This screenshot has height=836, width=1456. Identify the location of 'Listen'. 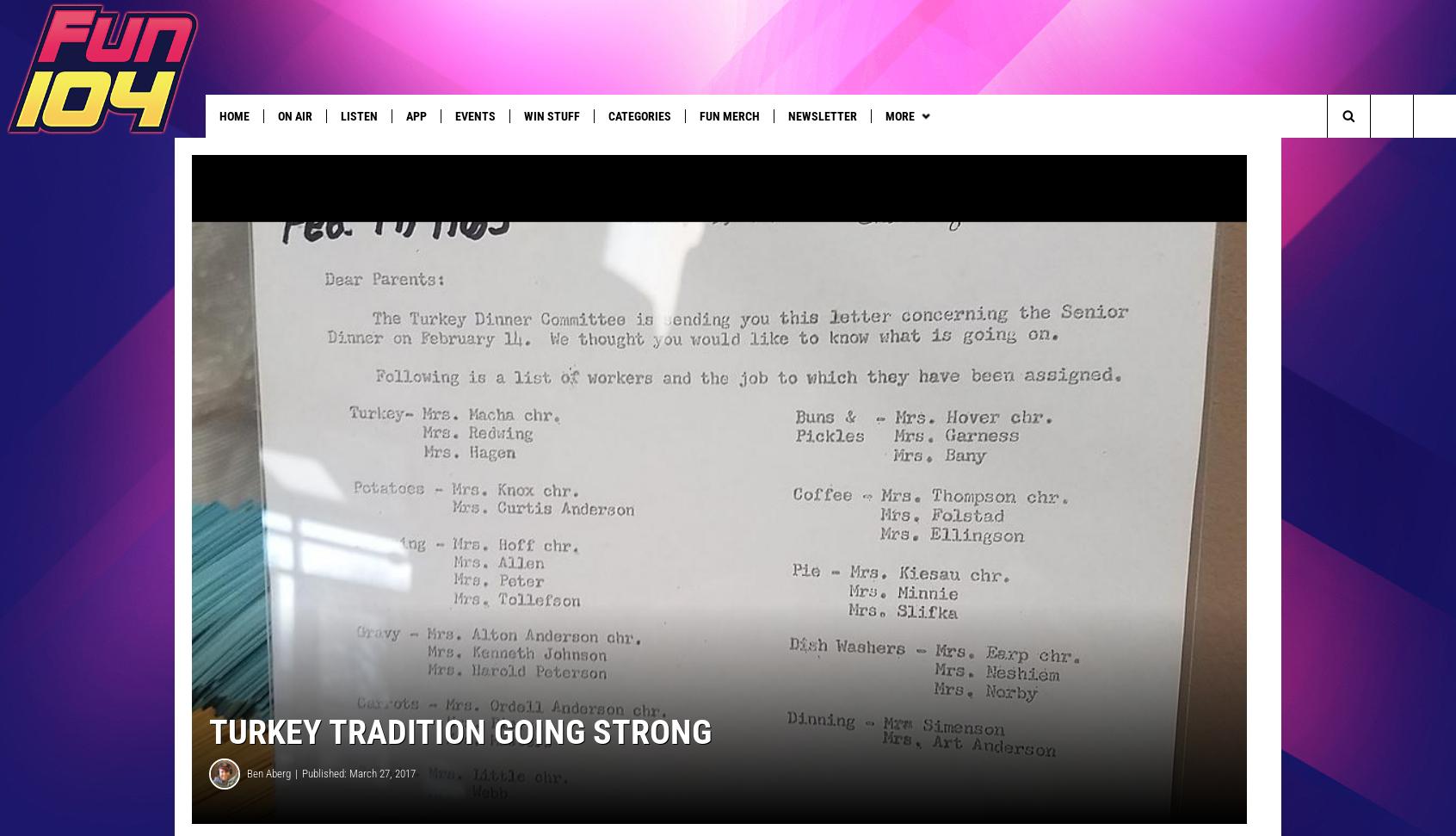
(359, 115).